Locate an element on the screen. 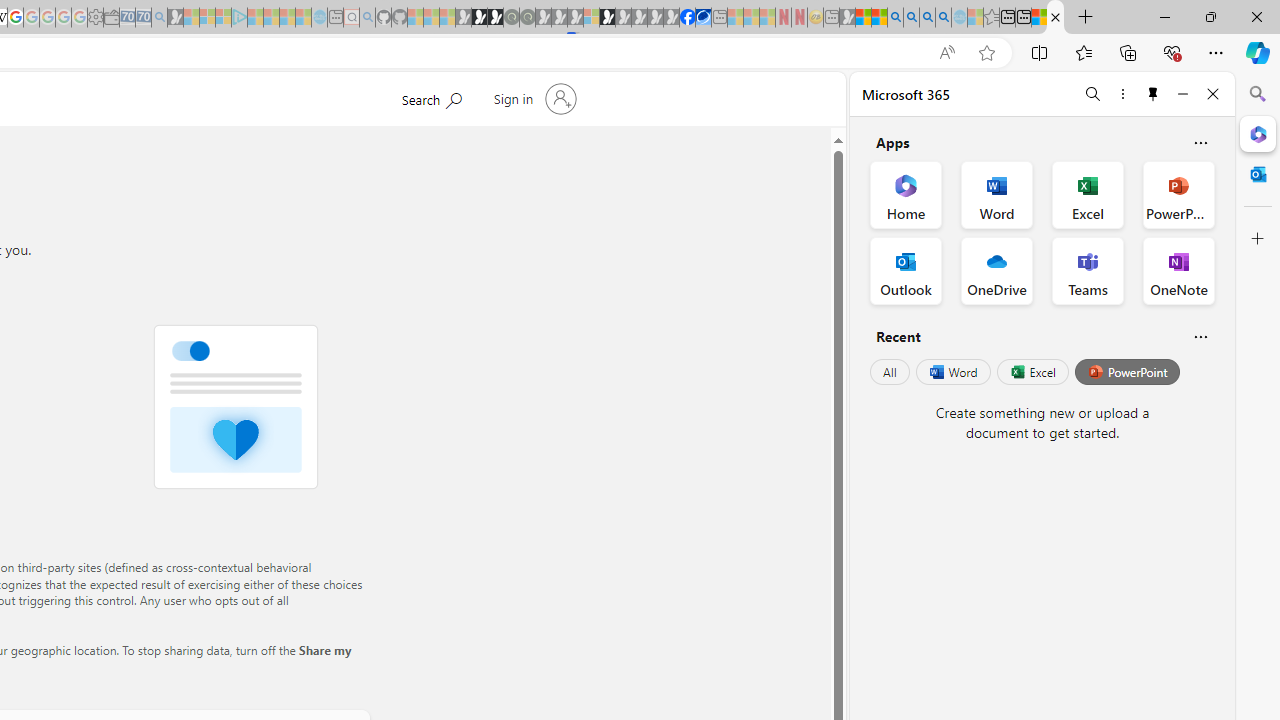 Image resolution: width=1280 pixels, height=720 pixels. 'github - Search - Sleeping' is located at coordinates (367, 17).